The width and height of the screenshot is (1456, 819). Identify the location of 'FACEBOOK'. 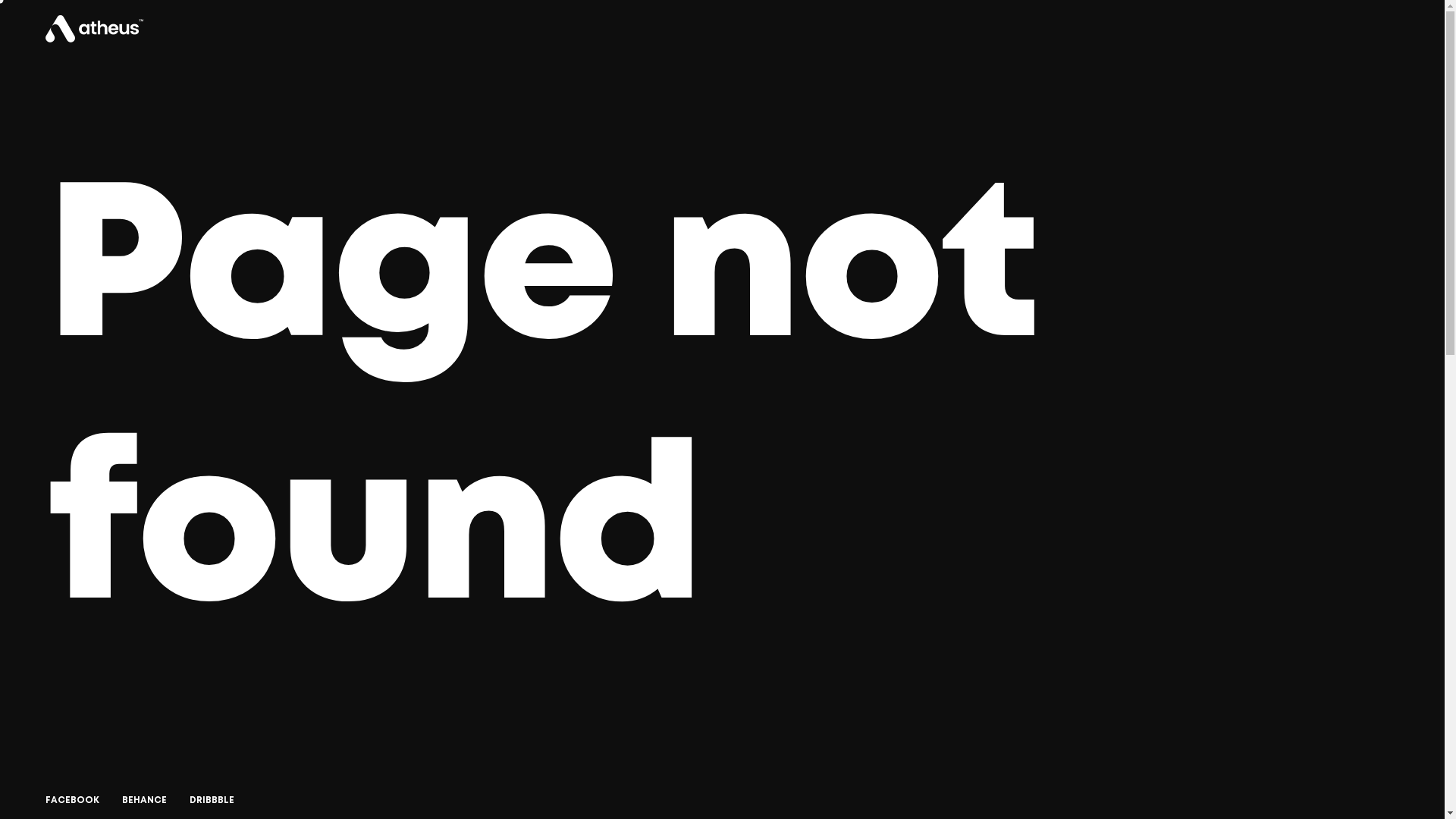
(71, 800).